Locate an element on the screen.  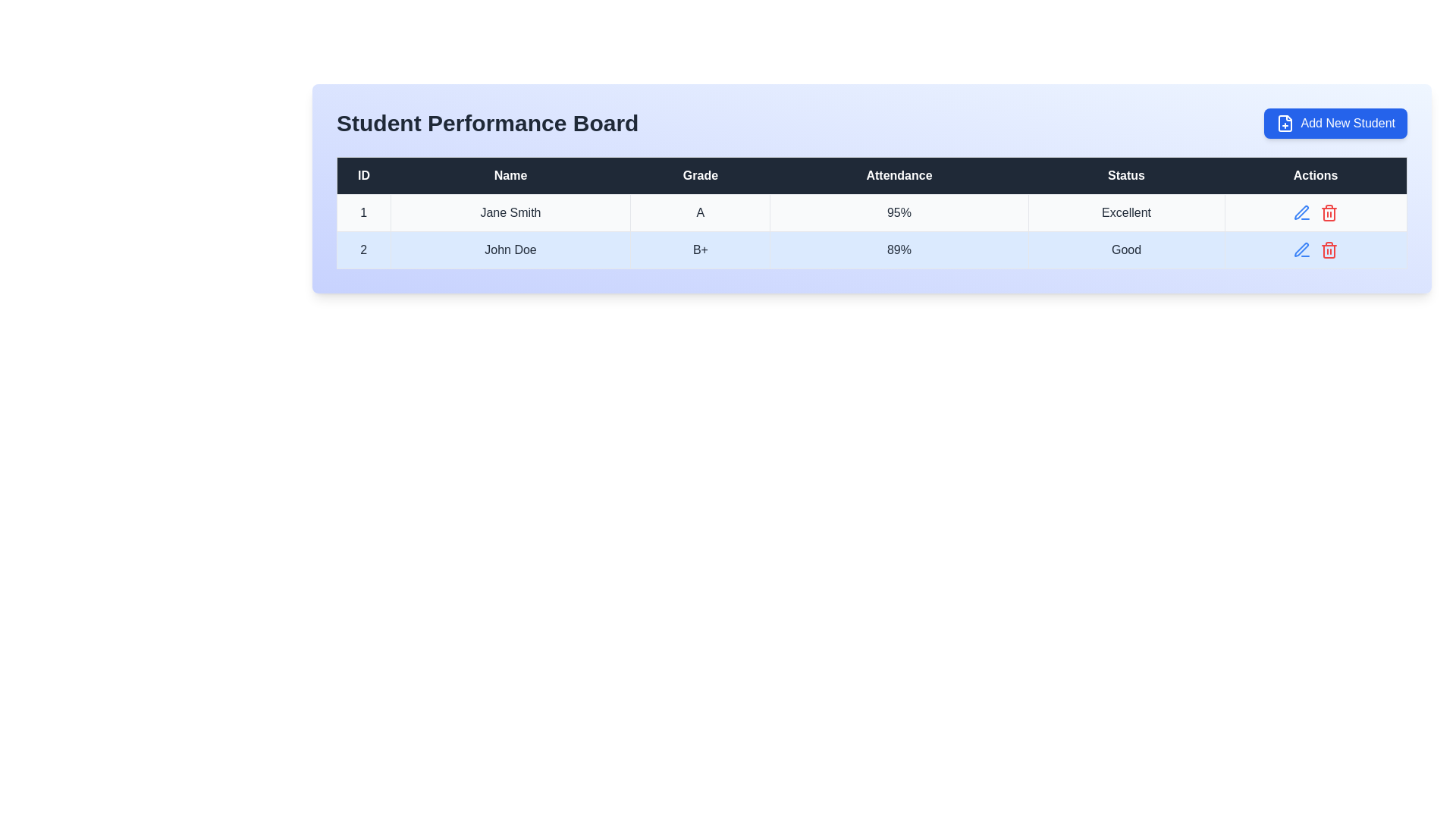
the red trash can icon in the Actions column of the table row for 'Jane Smith' is located at coordinates (1315, 213).